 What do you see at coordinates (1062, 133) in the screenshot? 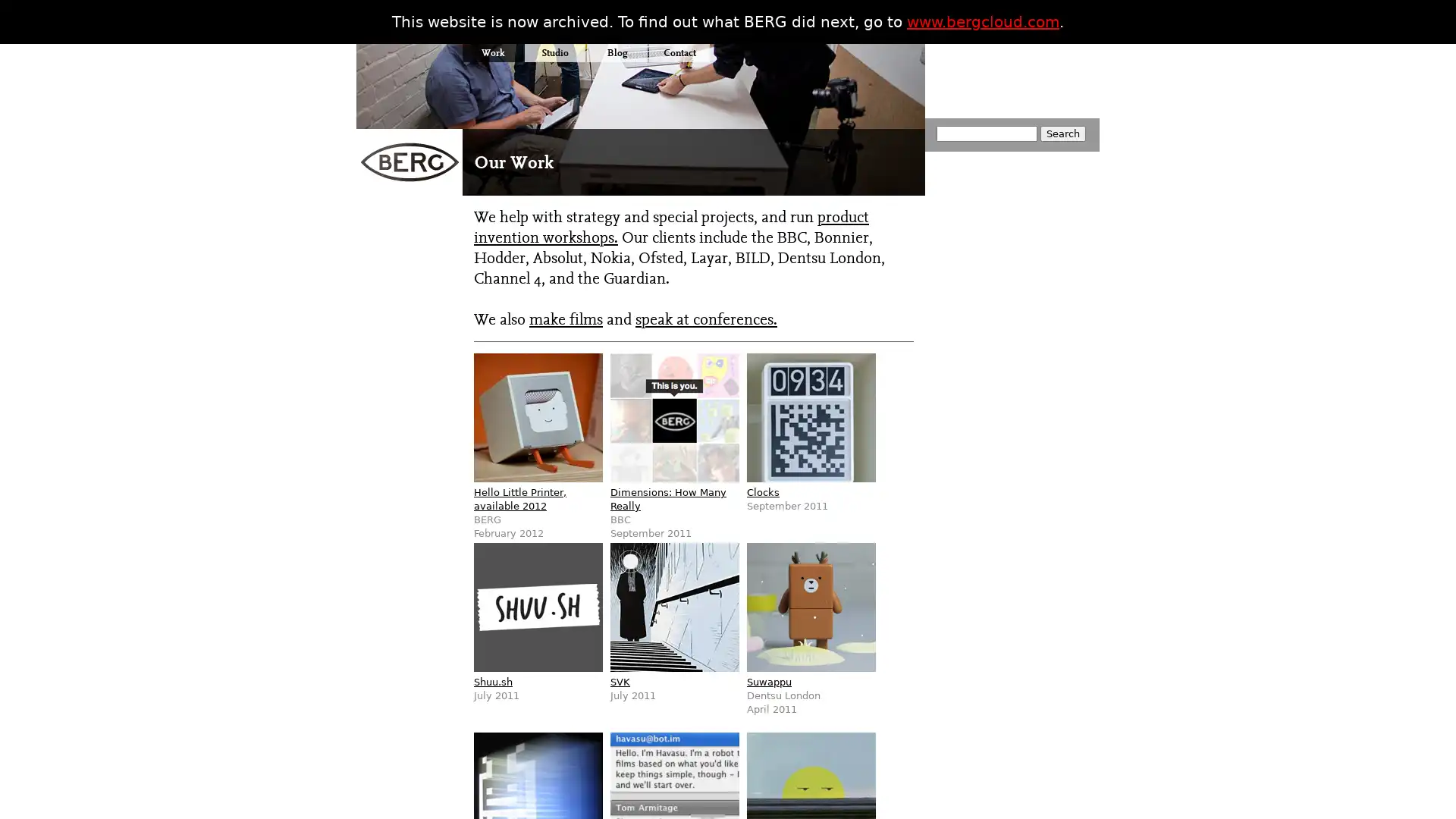
I see `Search` at bounding box center [1062, 133].